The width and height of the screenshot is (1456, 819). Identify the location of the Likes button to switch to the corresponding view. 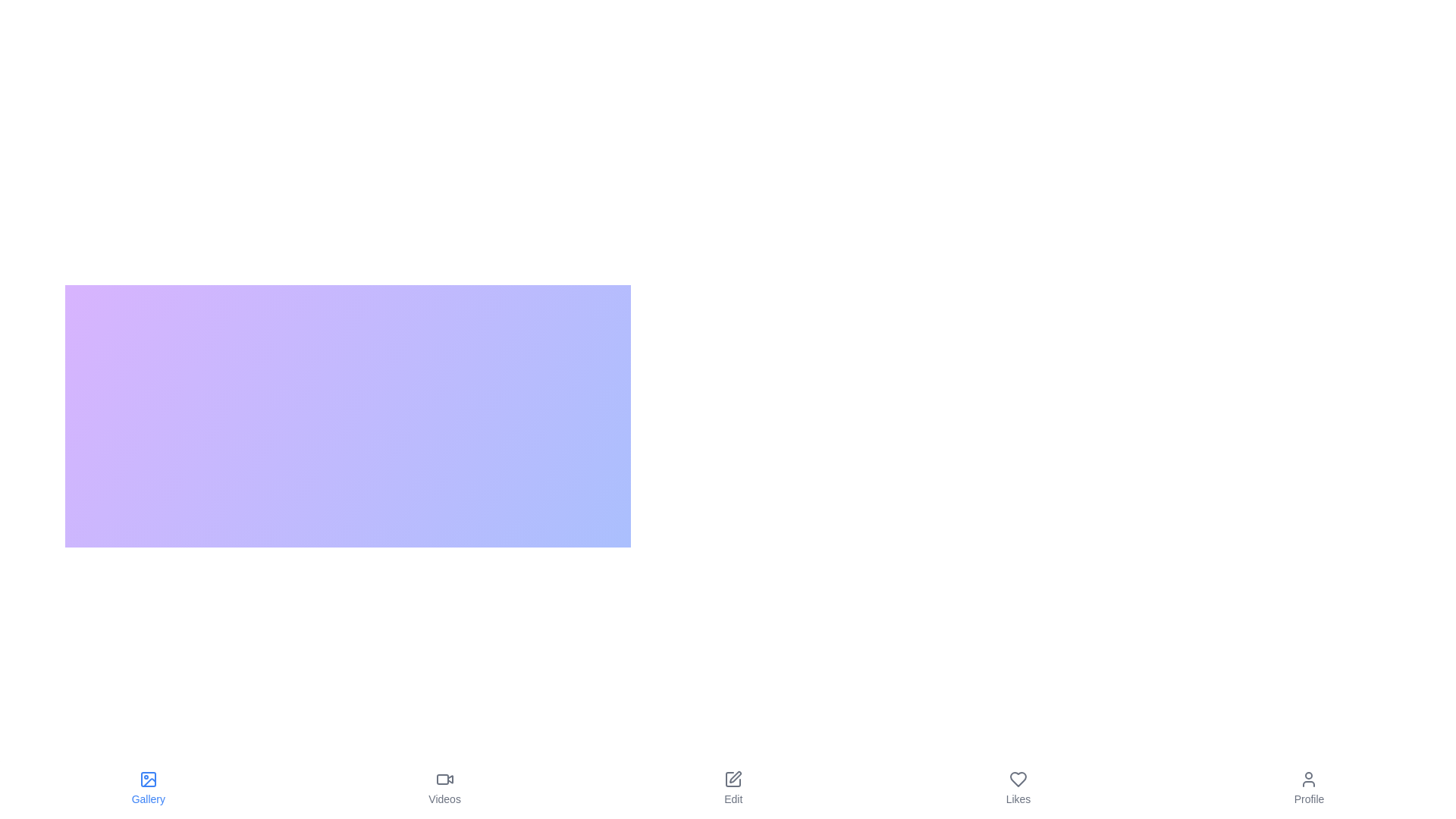
(1018, 788).